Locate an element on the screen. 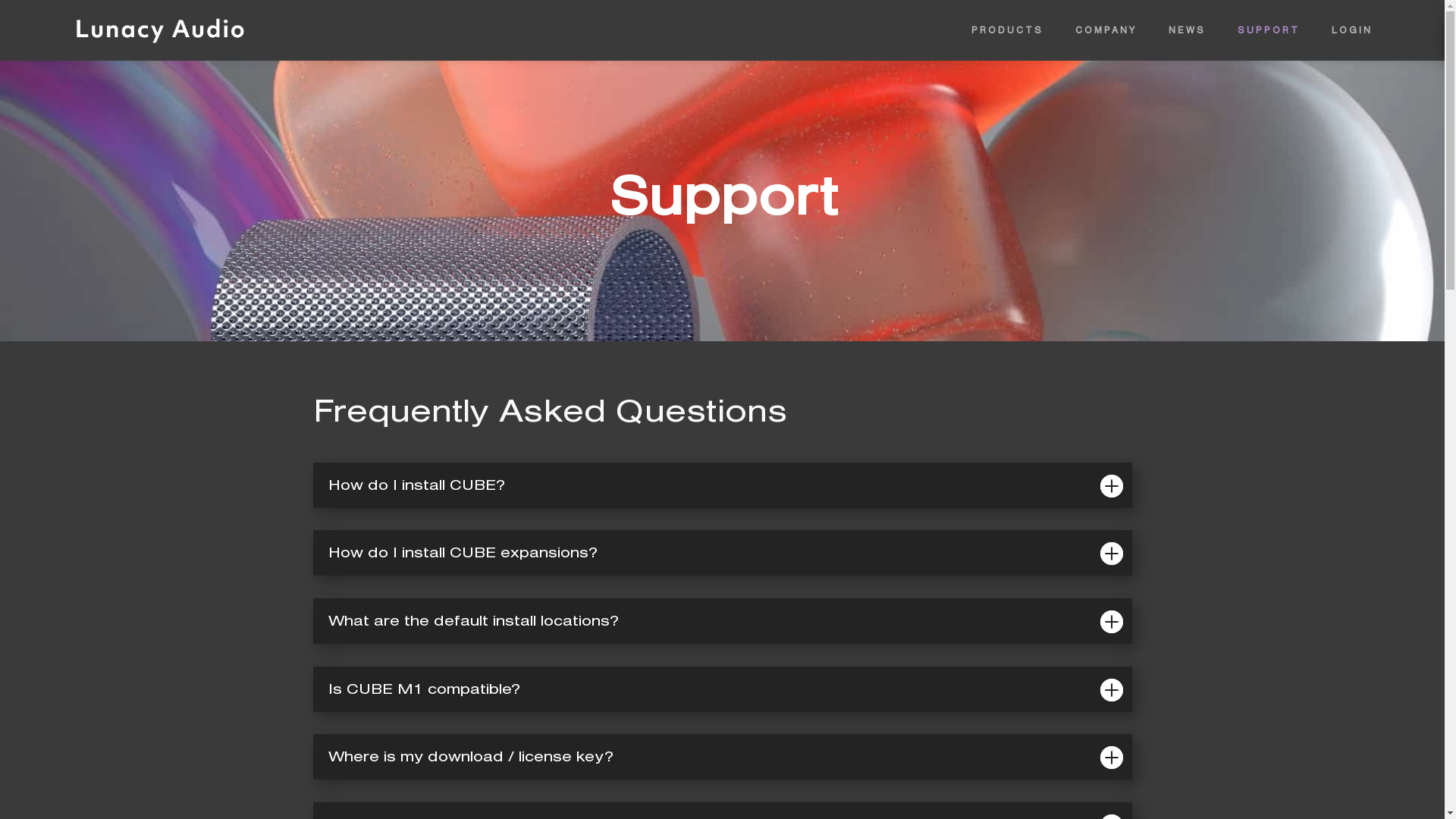 This screenshot has width=1456, height=819. 'NEWS' is located at coordinates (1186, 30).